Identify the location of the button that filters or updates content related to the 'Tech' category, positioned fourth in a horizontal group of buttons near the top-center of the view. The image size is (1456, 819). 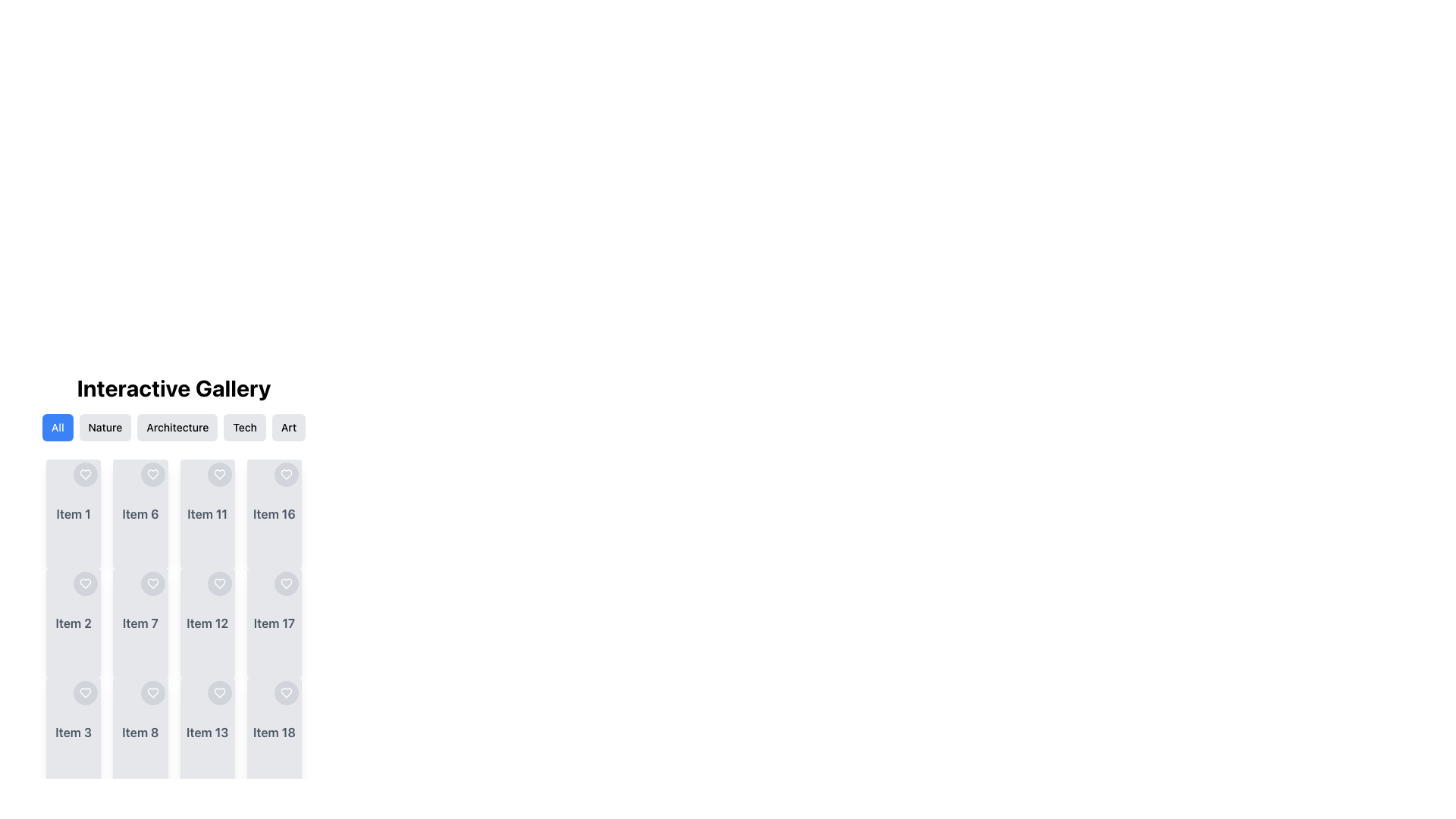
(245, 427).